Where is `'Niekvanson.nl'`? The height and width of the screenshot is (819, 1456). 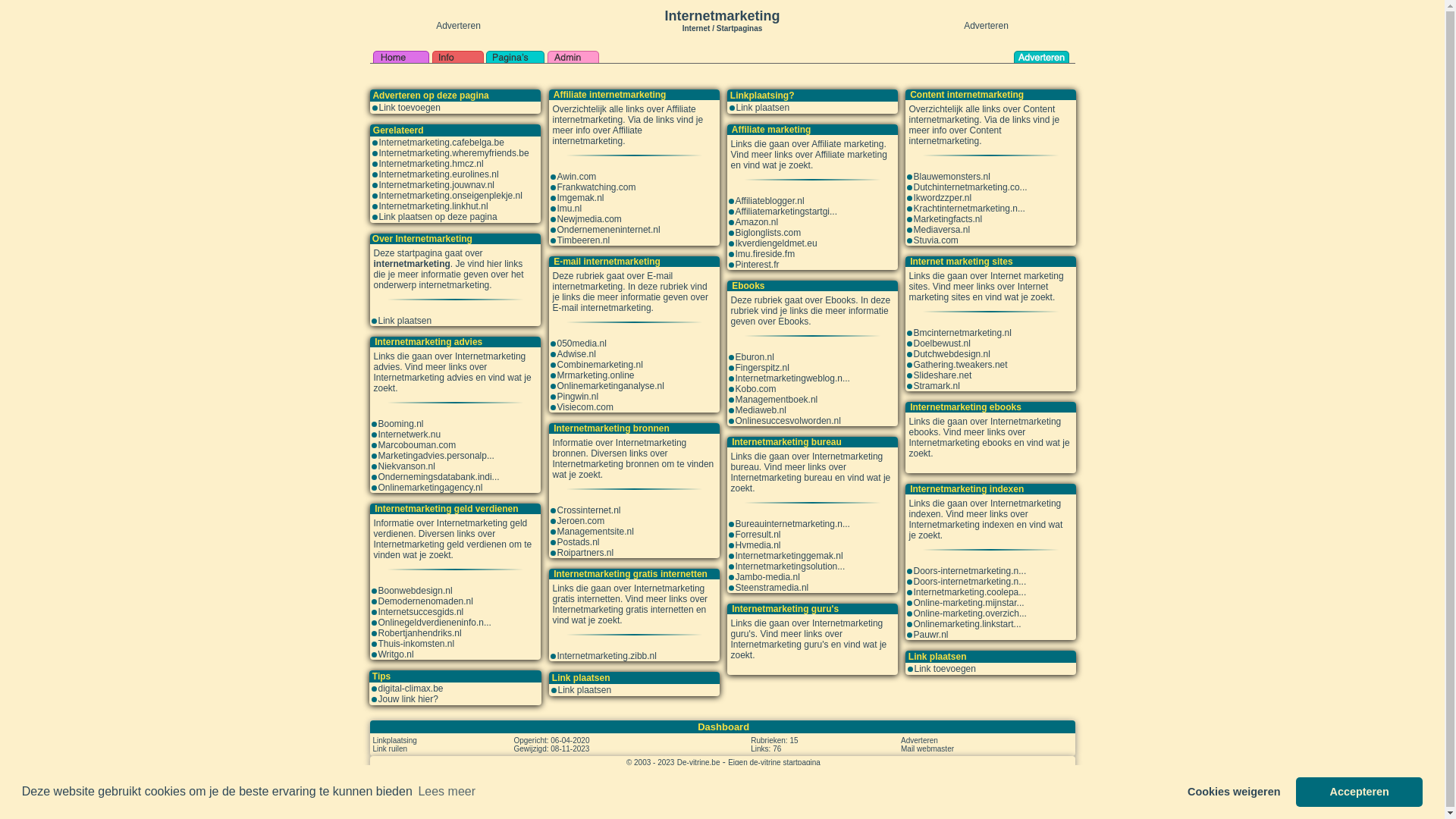 'Niekvanson.nl' is located at coordinates (406, 465).